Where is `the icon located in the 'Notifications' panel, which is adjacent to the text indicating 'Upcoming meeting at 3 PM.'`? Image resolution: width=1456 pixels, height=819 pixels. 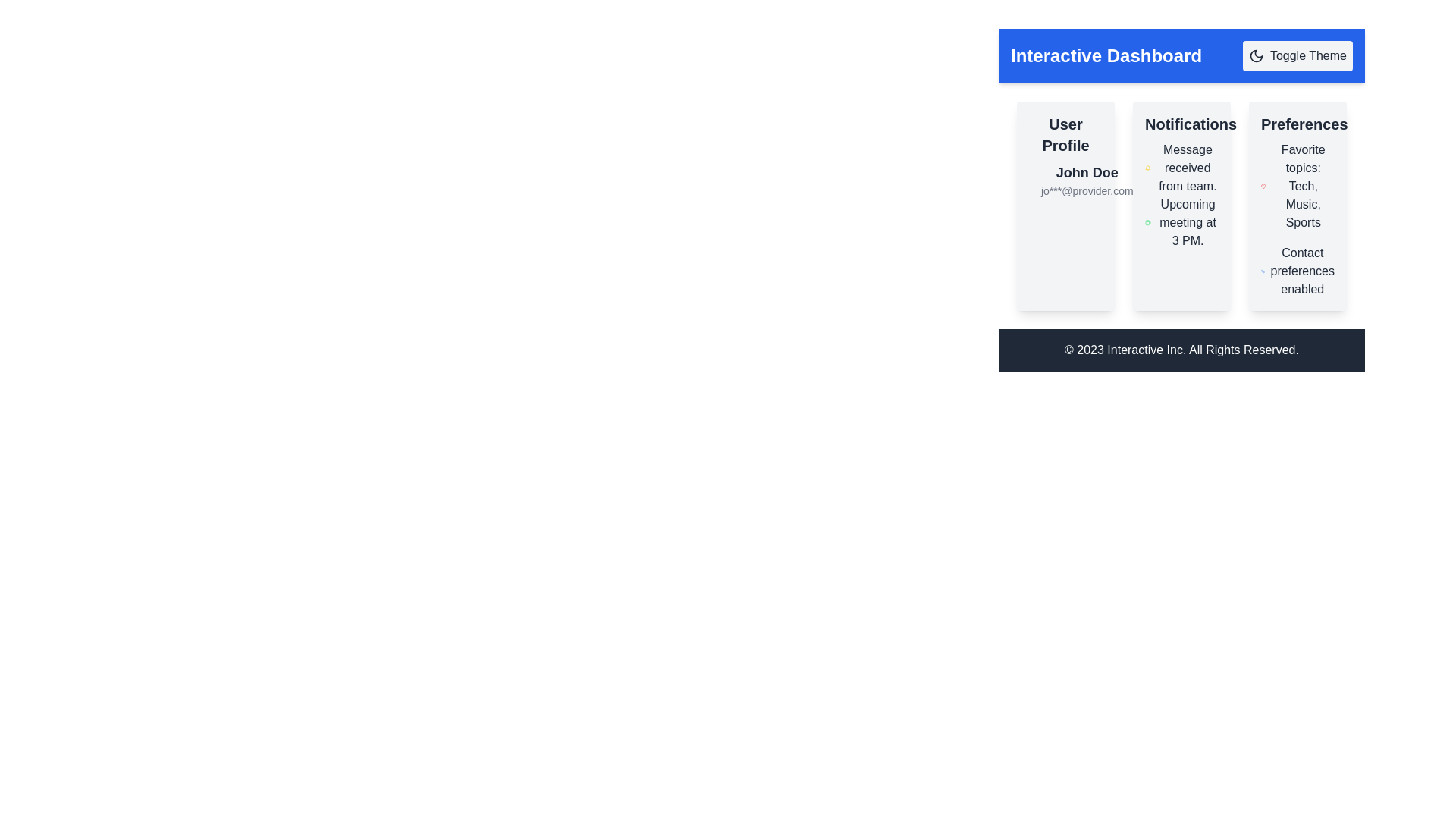 the icon located in the 'Notifications' panel, which is adjacent to the text indicating 'Upcoming meeting at 3 PM.' is located at coordinates (1148, 222).